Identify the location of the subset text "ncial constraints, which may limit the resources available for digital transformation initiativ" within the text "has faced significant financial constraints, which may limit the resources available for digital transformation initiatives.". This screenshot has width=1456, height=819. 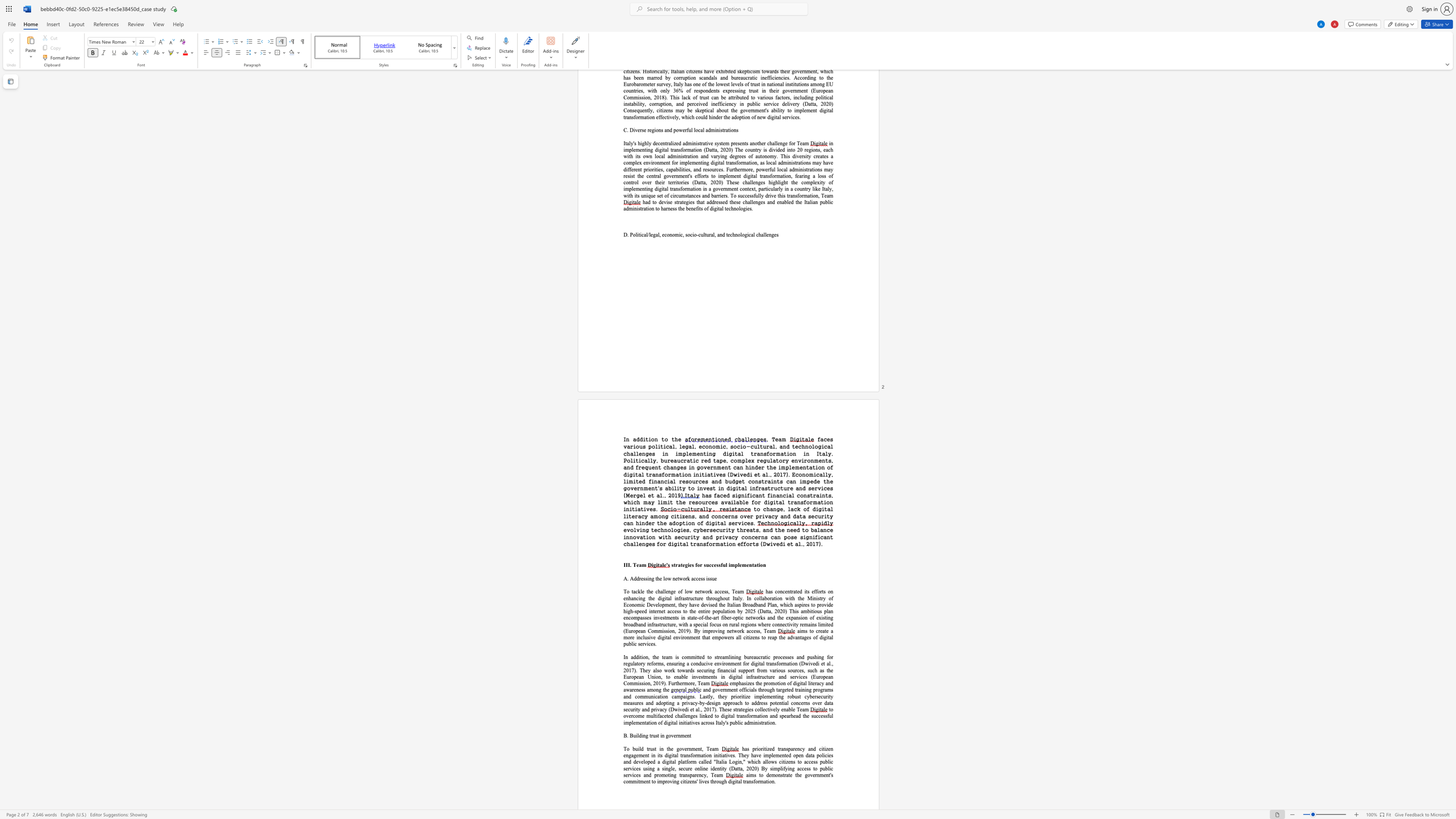
(778, 495).